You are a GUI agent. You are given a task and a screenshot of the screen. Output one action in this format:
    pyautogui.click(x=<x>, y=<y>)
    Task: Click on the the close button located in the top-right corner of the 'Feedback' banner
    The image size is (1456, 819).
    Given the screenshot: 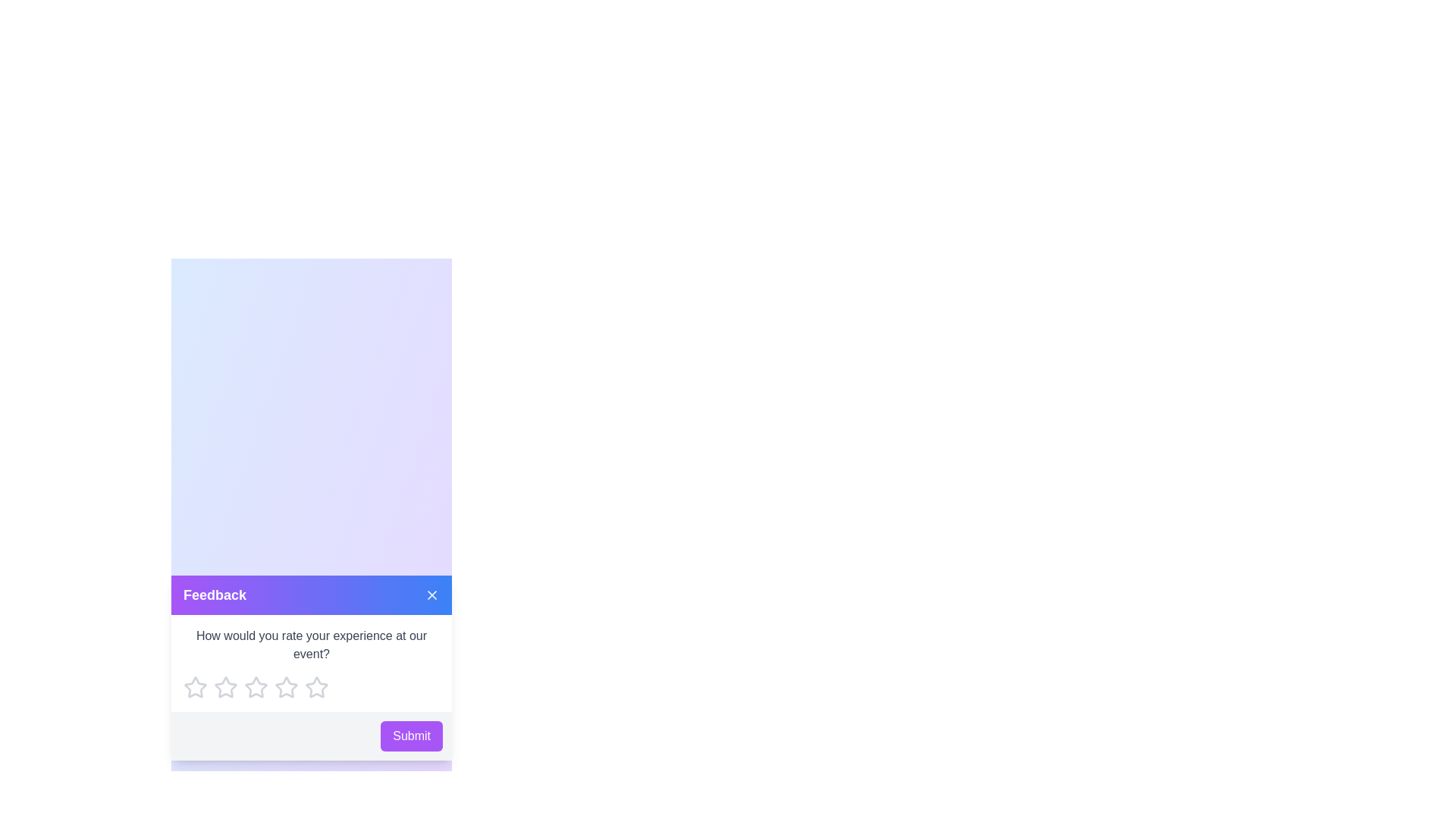 What is the action you would take?
    pyautogui.click(x=431, y=595)
    